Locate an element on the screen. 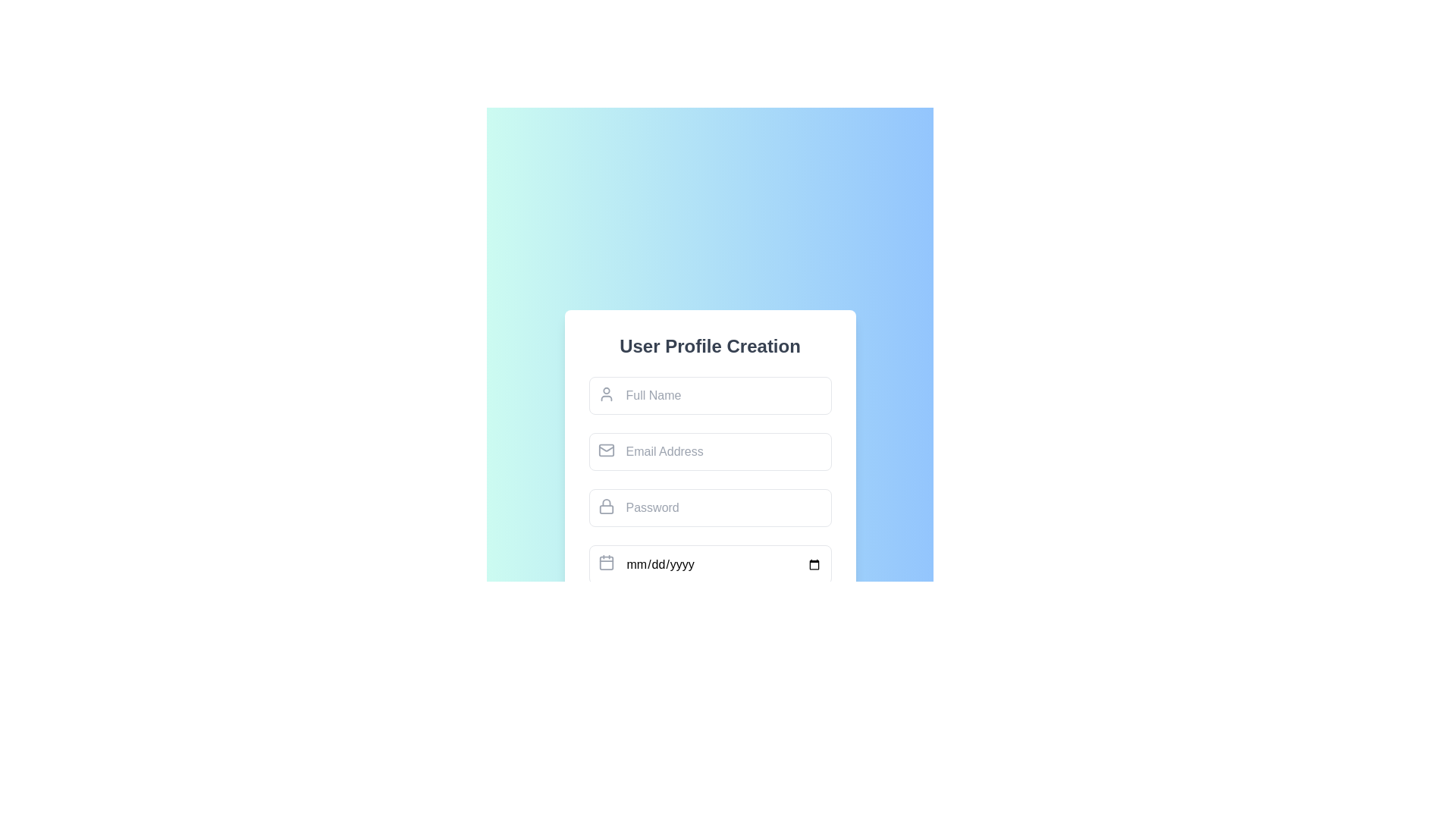  the date input icon located to the left of the 'mm/dd/yyyy' date input field is located at coordinates (605, 562).